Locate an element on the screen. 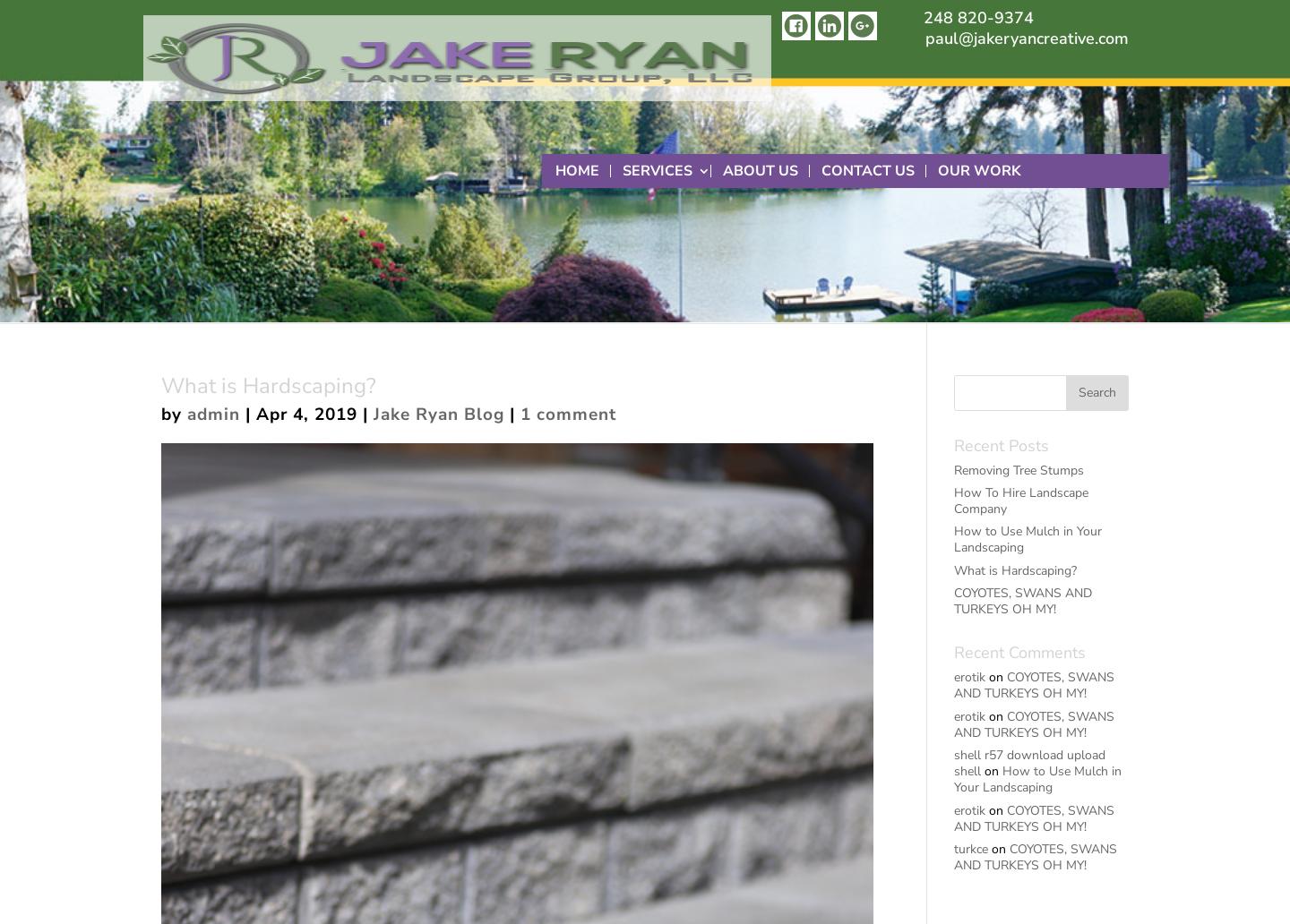  'paul@jakeryancreative.com' is located at coordinates (925, 38).